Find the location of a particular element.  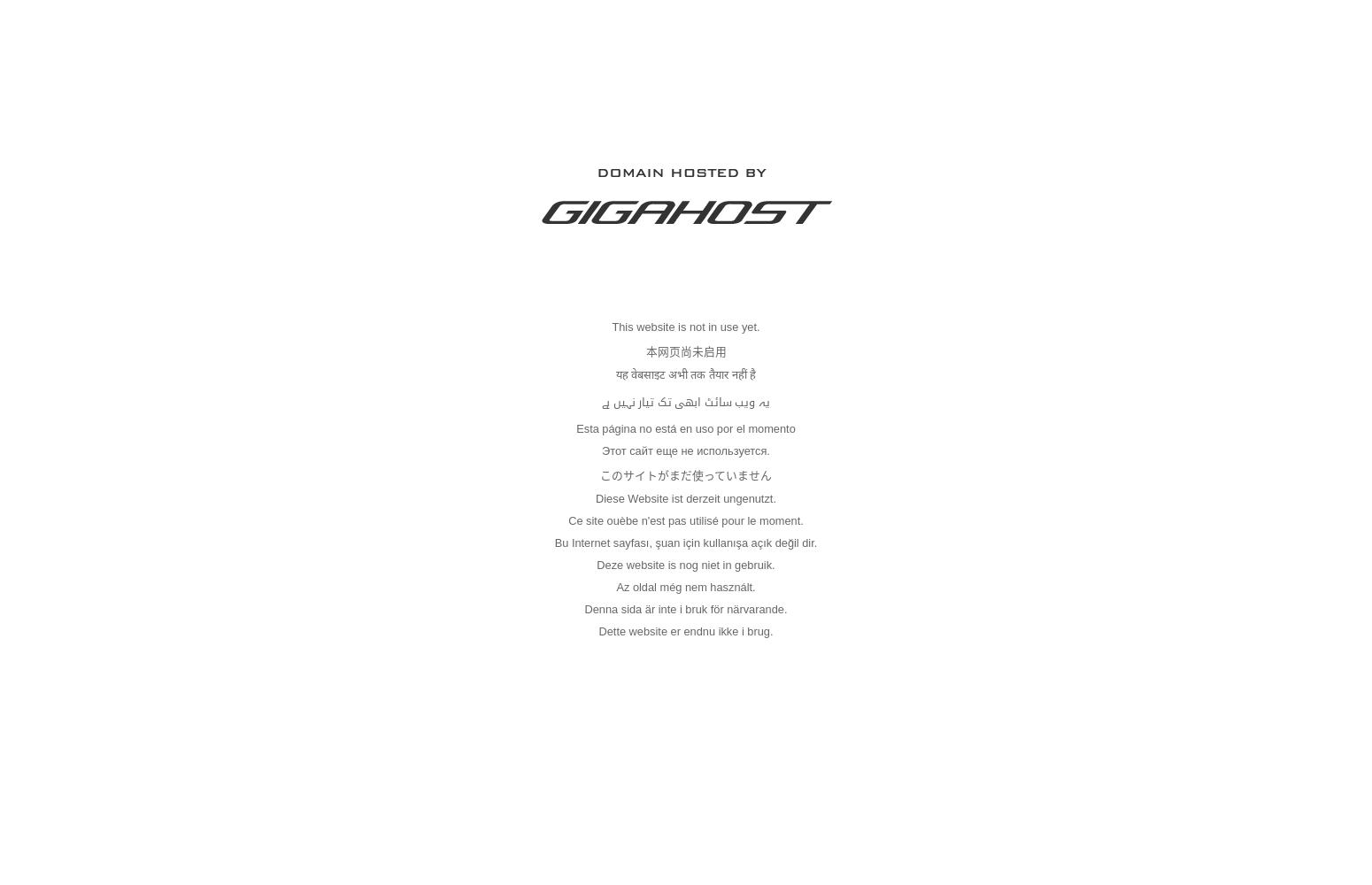

'Этот сайт еще не используется.' is located at coordinates (685, 450).